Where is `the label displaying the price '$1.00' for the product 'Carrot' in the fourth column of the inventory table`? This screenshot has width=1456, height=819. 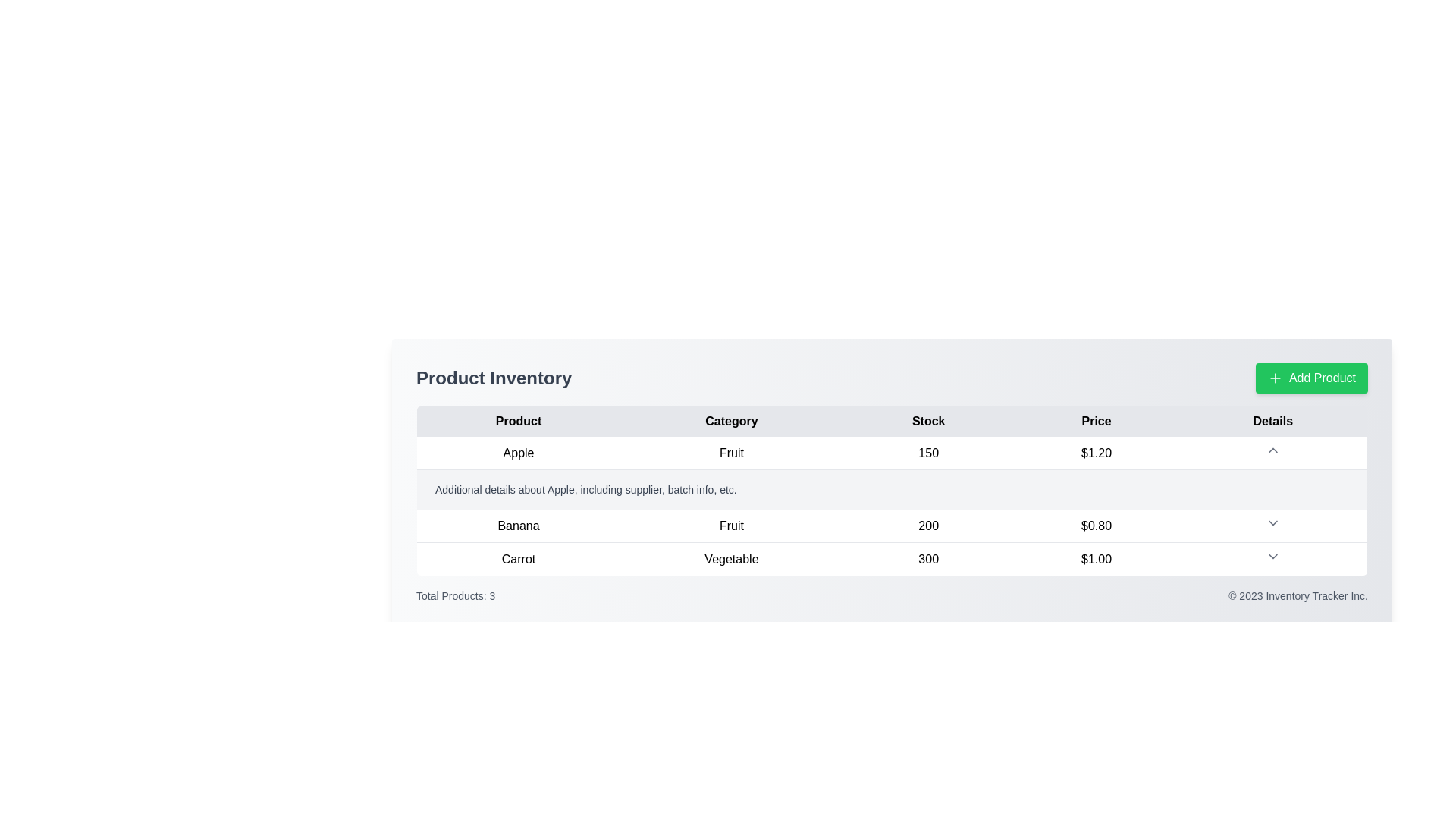 the label displaying the price '$1.00' for the product 'Carrot' in the fourth column of the inventory table is located at coordinates (1097, 559).